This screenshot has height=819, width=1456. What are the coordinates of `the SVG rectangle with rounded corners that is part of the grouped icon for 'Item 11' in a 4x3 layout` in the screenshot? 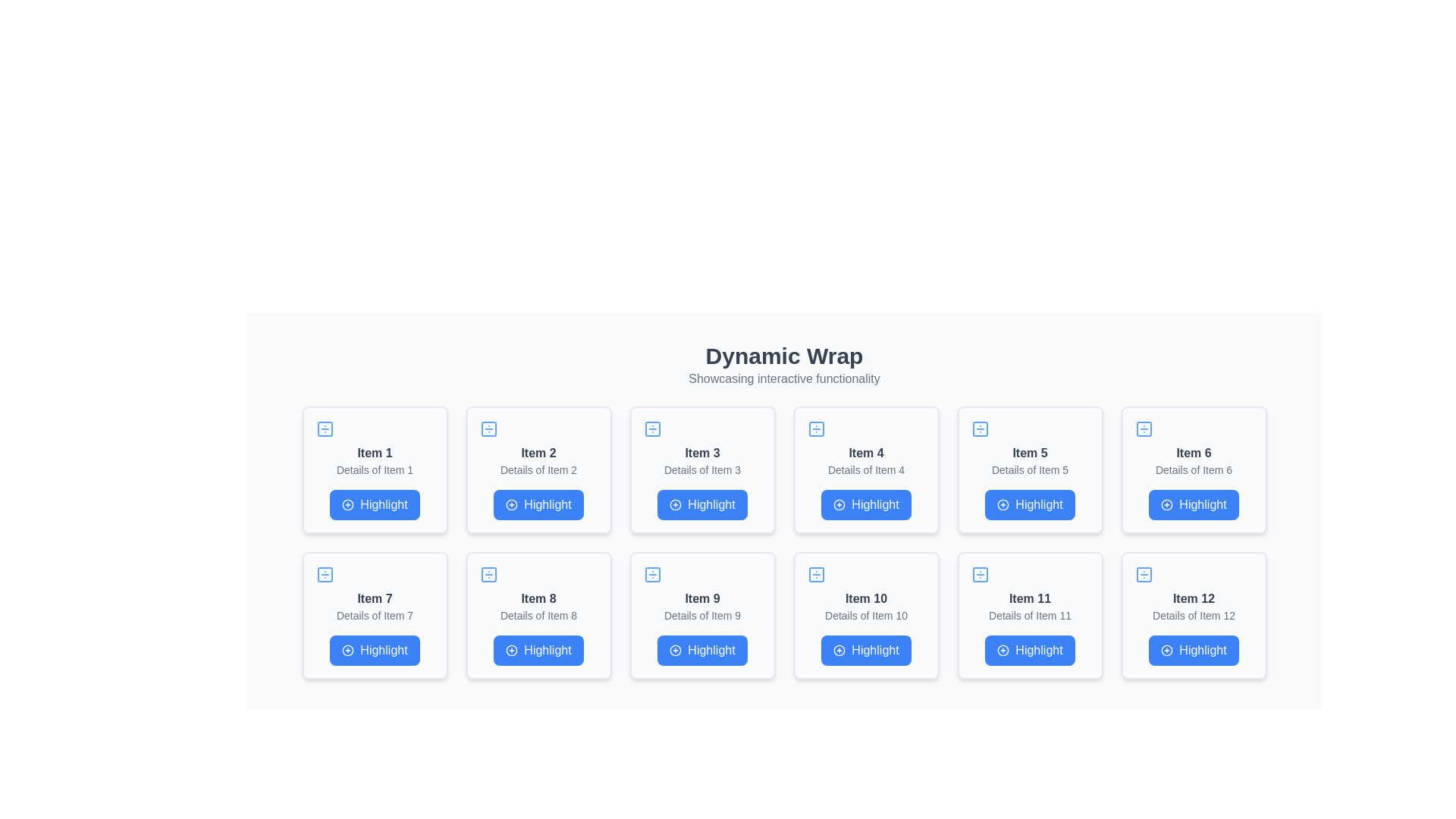 It's located at (980, 575).